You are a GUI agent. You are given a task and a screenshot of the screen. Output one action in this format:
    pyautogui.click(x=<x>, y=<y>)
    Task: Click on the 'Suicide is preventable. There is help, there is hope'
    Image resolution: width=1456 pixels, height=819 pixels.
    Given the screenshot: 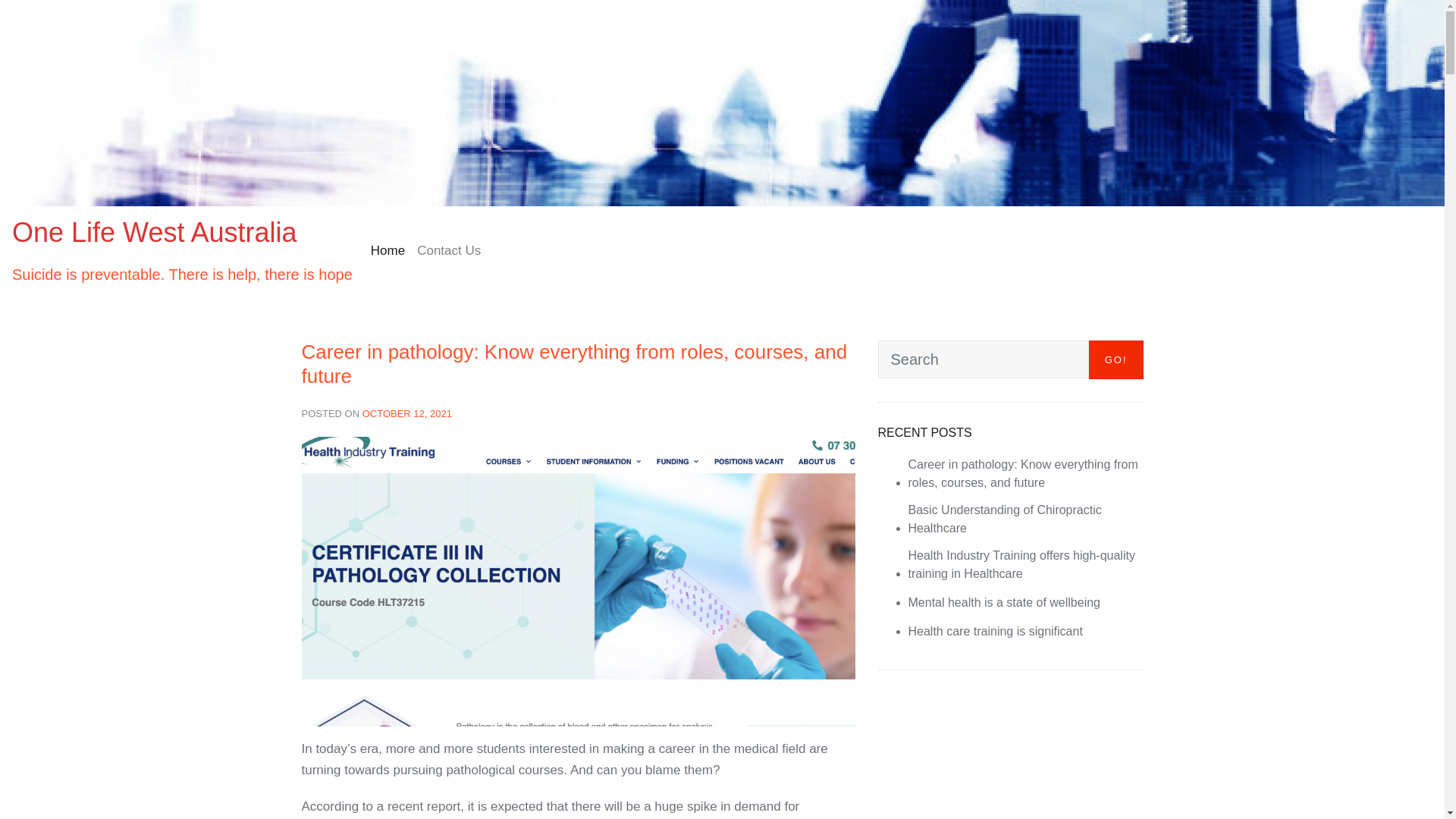 What is the action you would take?
    pyautogui.click(x=182, y=275)
    